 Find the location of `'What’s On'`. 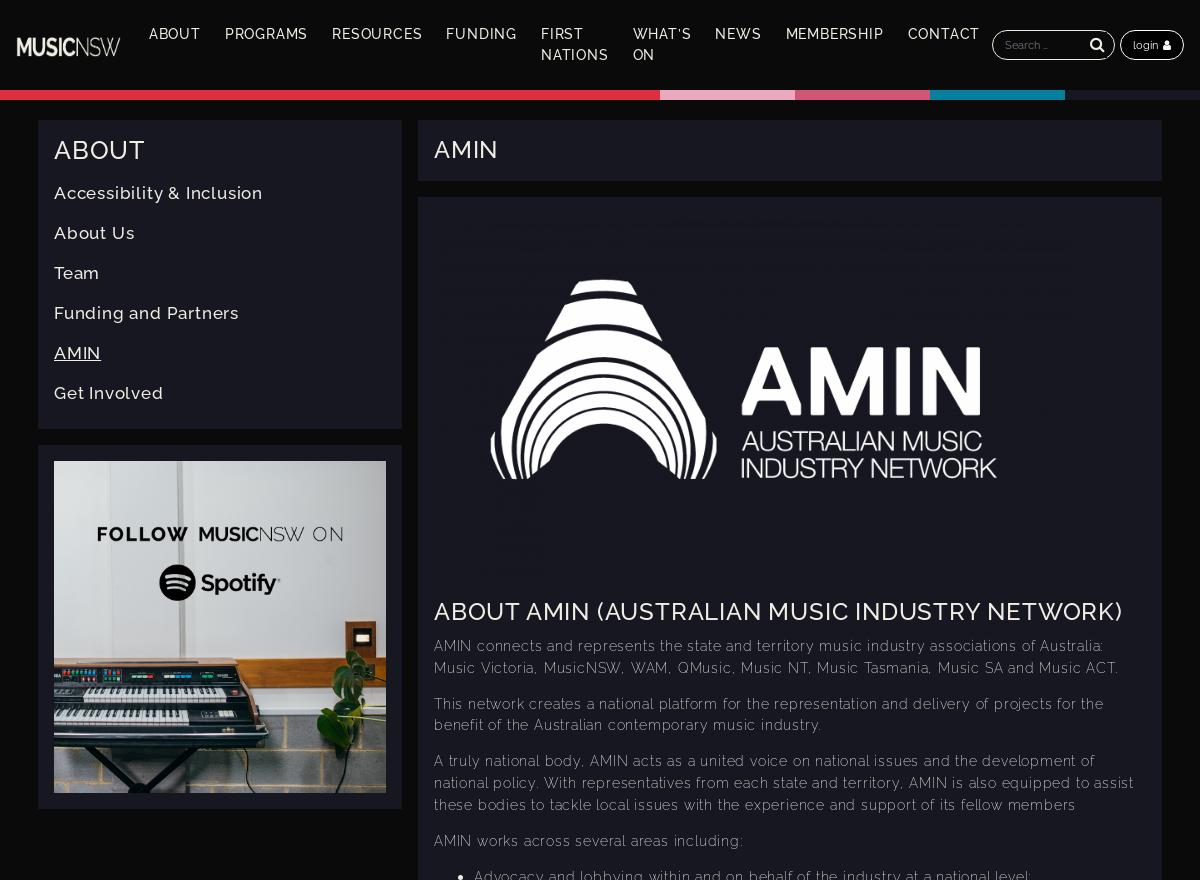

'What’s On' is located at coordinates (661, 44).